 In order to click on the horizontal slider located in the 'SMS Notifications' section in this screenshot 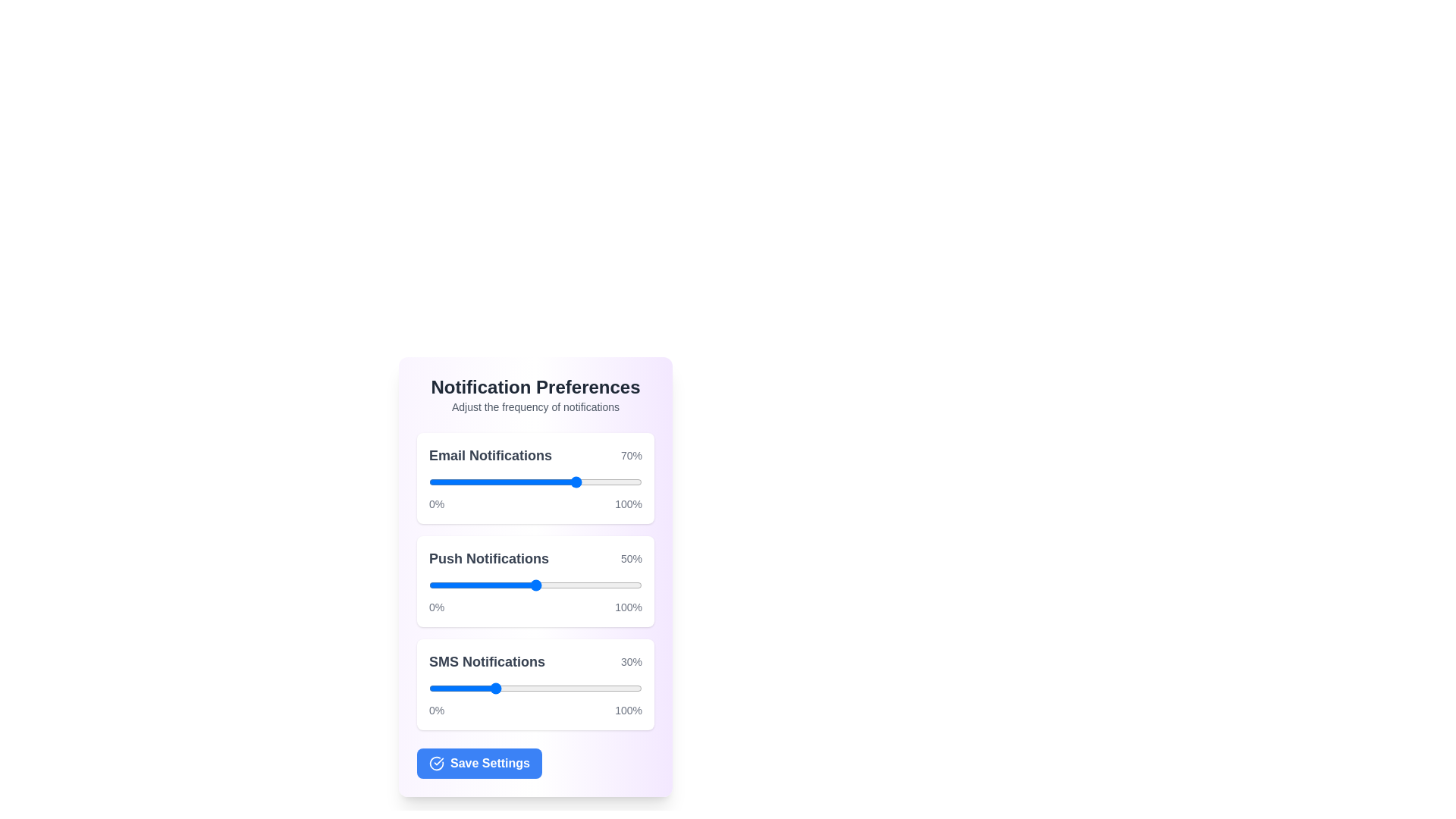, I will do `click(535, 688)`.